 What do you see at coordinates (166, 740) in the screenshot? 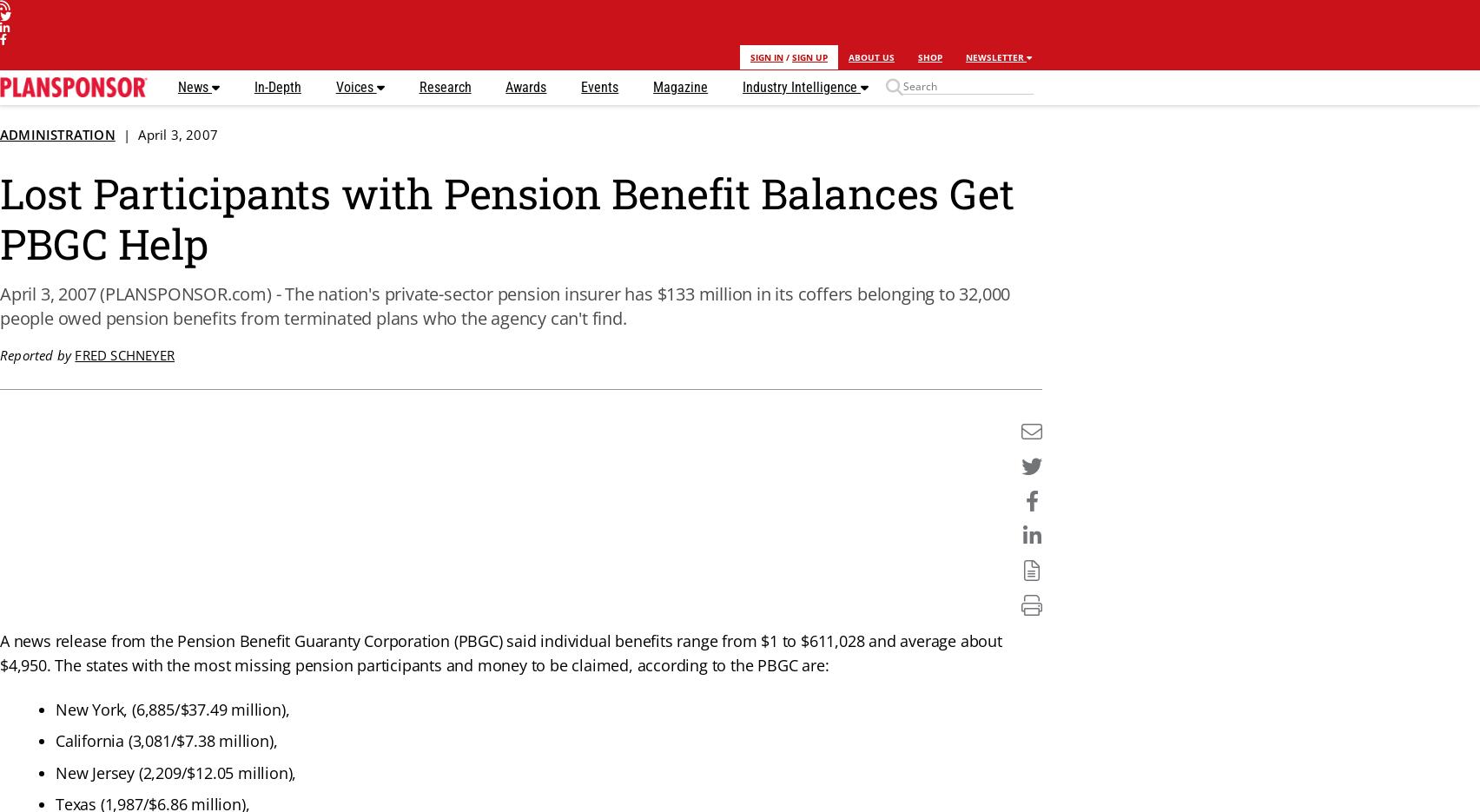
I see `'California (3,081/$7.38 million),'` at bounding box center [166, 740].